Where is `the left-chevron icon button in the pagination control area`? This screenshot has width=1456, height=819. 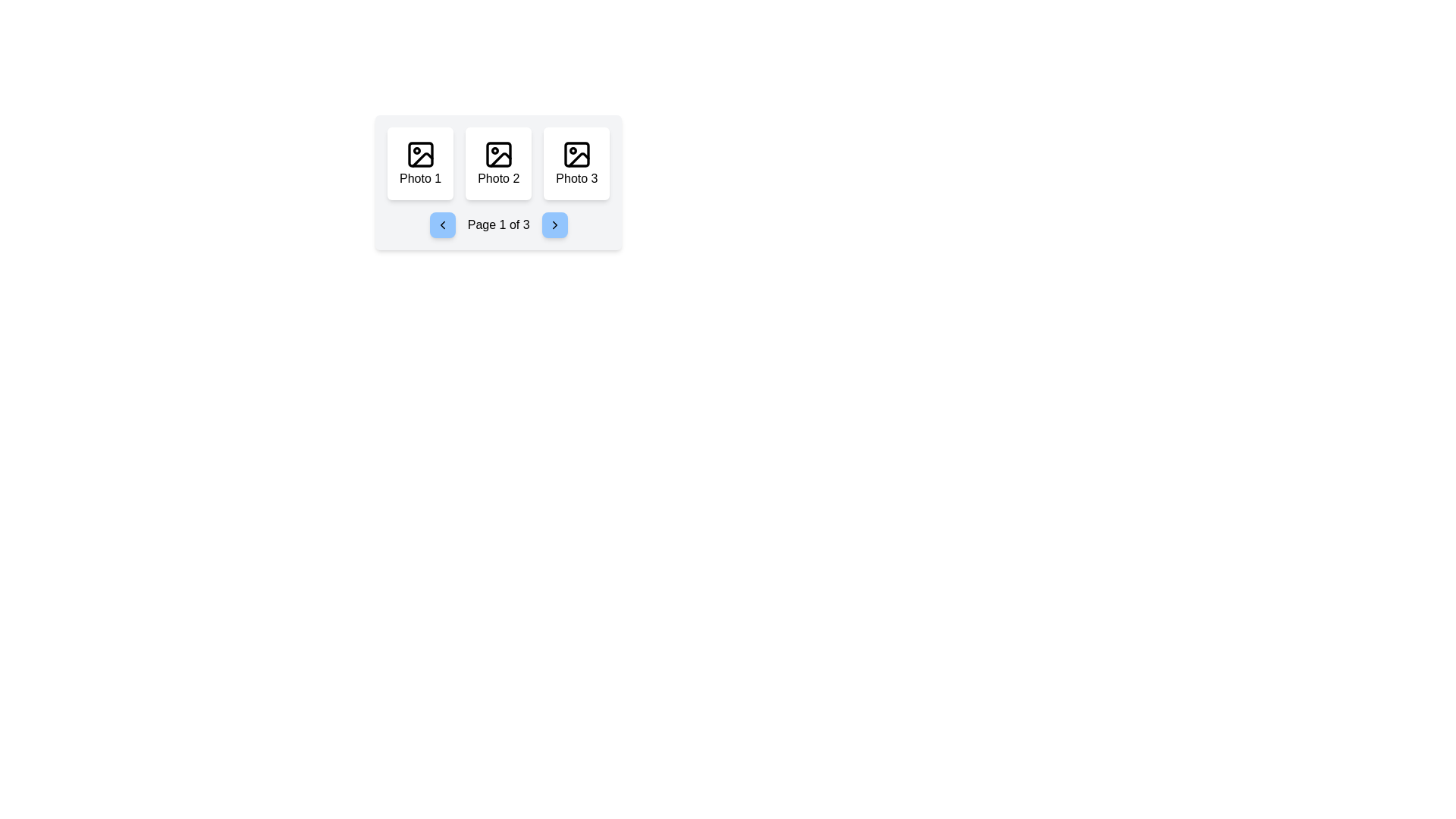 the left-chevron icon button in the pagination control area is located at coordinates (441, 225).